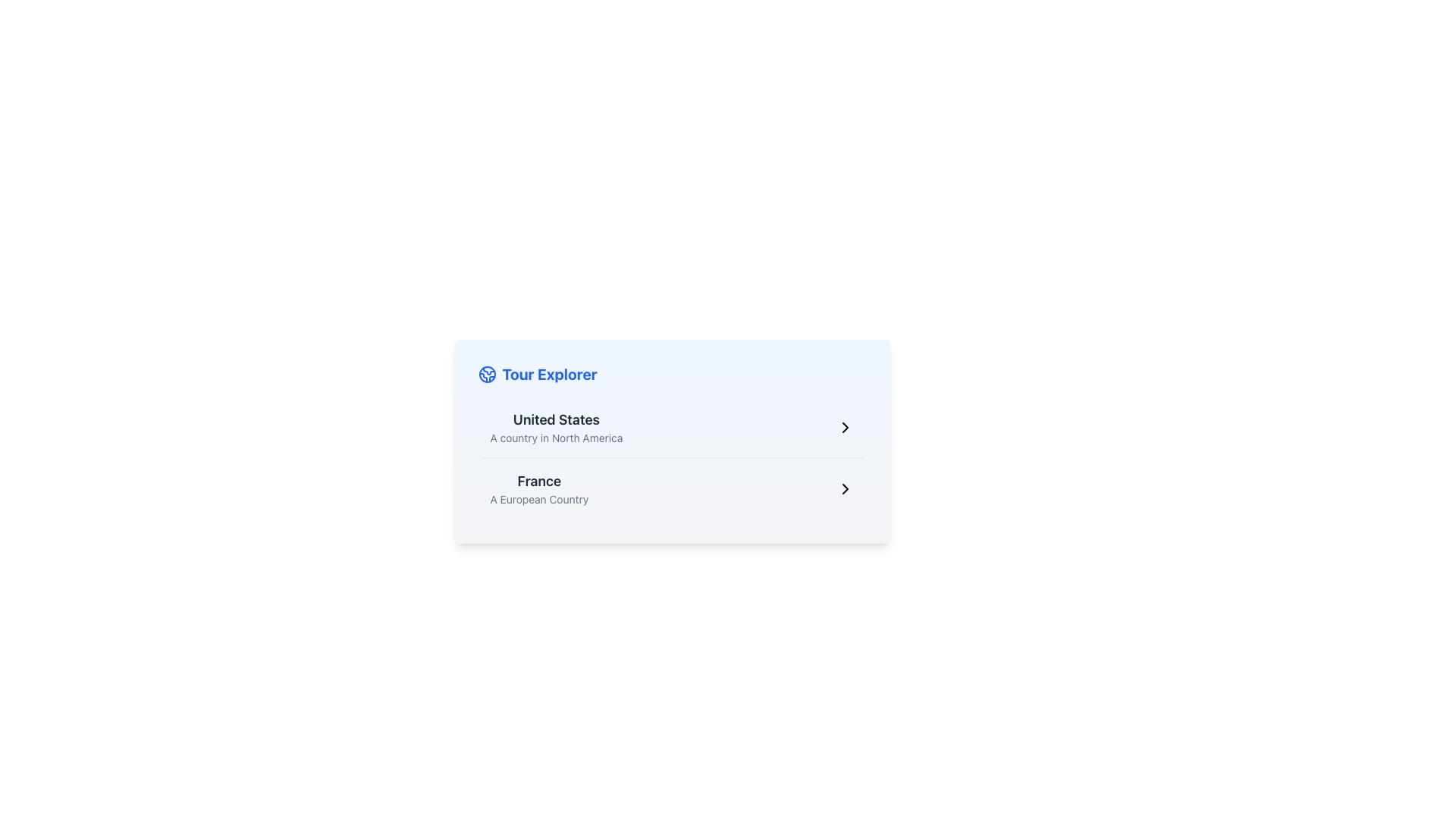  I want to click on the circular globe icon styled with blue lines on a white background, positioned to the left of the 'Tour Explorer' text, so click(487, 374).